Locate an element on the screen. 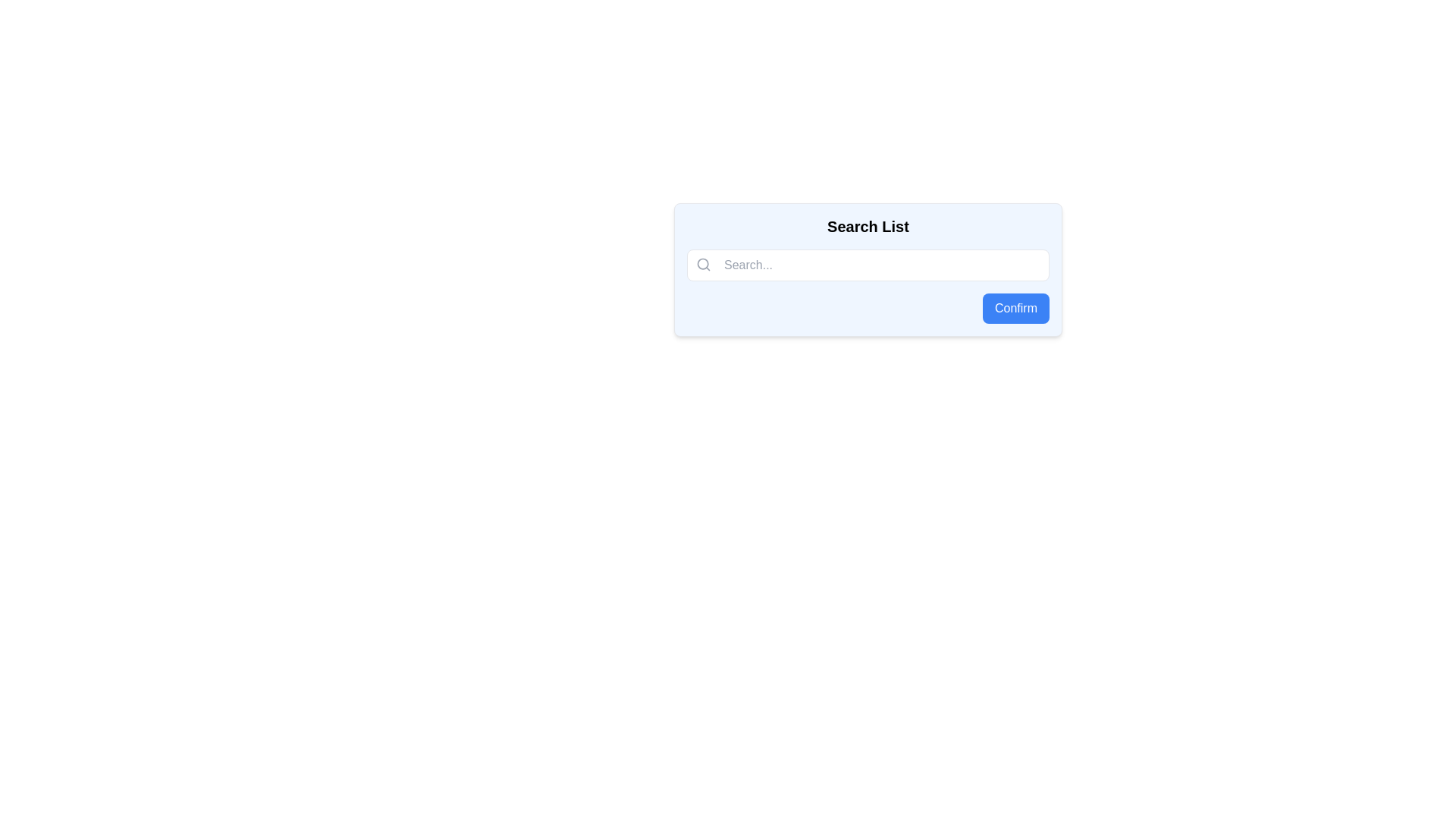 Image resolution: width=1456 pixels, height=819 pixels. to select content within the search input field located below the 'Search List' heading and above the 'Confirm' button, identified by its placeholder text and magnifying glass icon is located at coordinates (868, 265).